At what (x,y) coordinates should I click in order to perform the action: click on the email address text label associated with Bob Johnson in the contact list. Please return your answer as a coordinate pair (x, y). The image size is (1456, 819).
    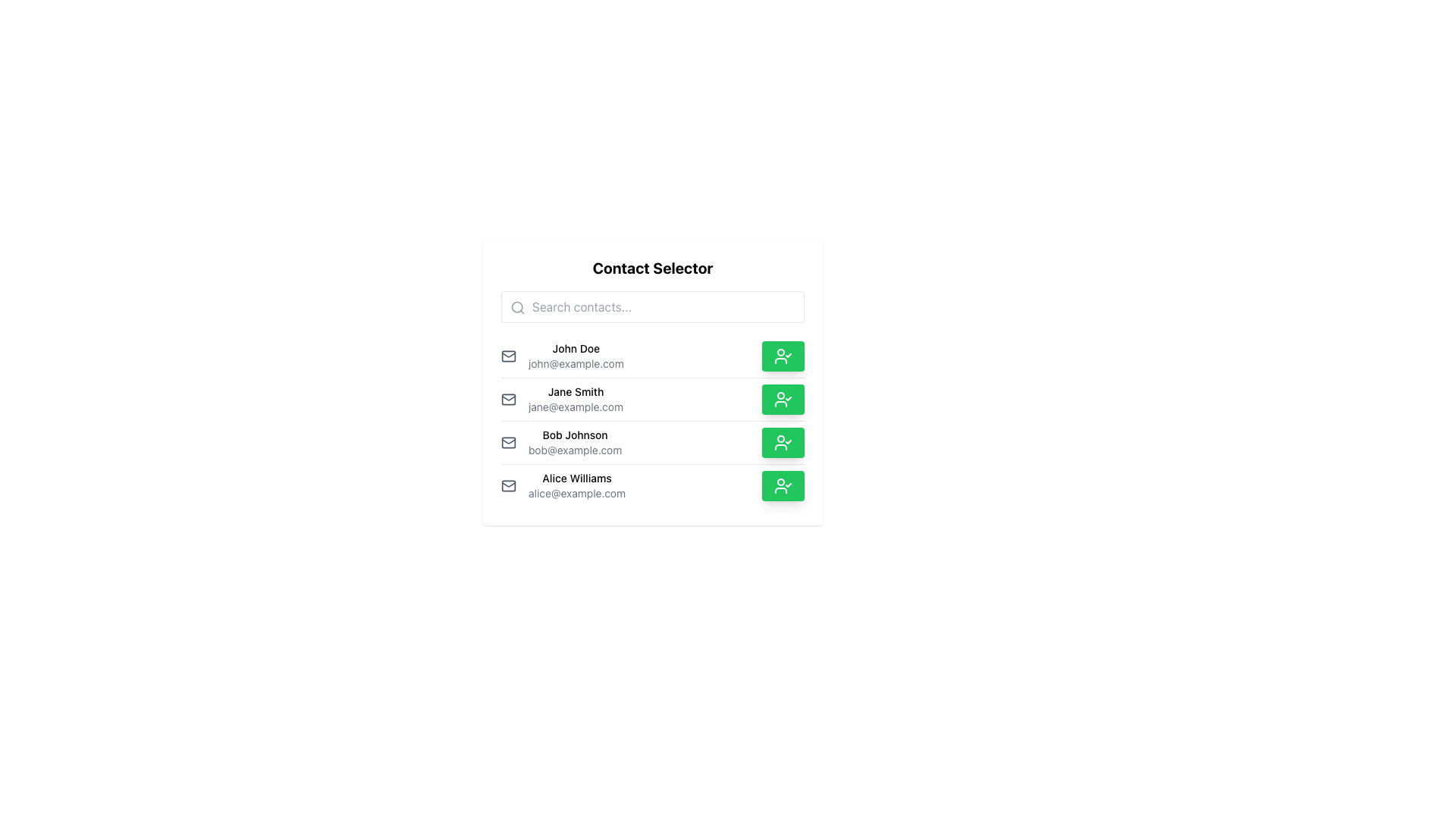
    Looking at the image, I should click on (574, 450).